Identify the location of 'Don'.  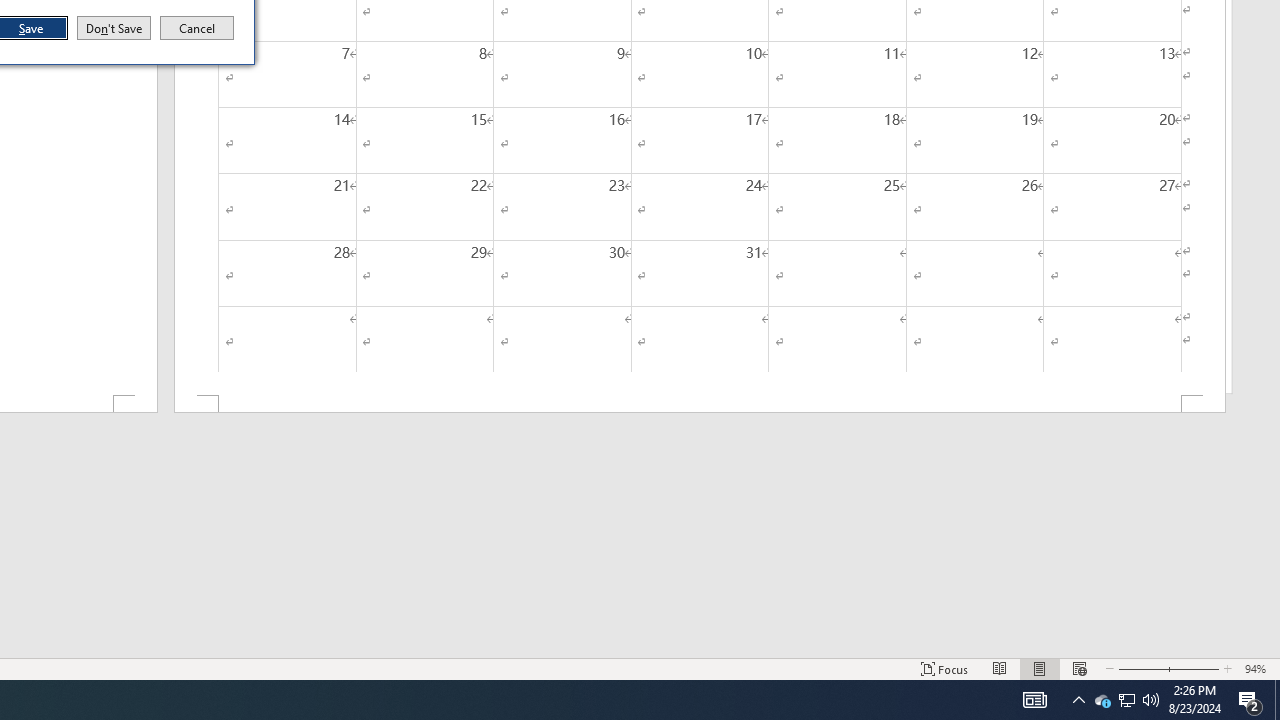
(112, 28).